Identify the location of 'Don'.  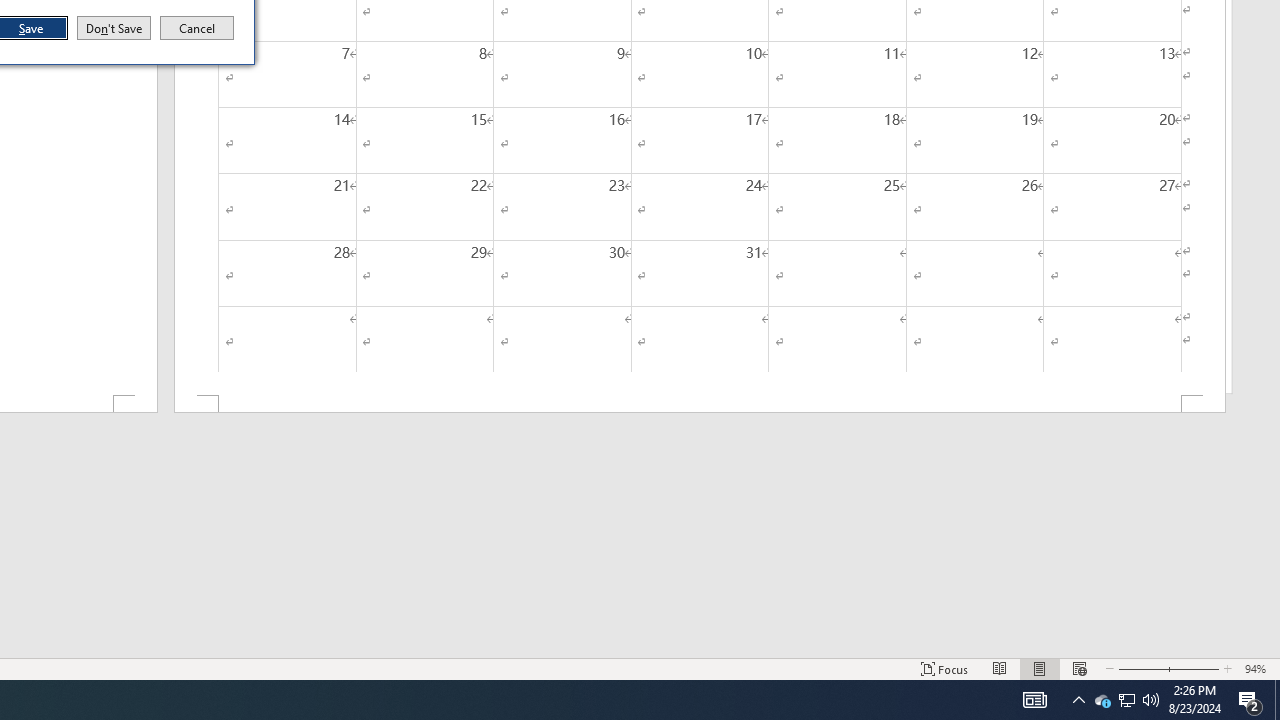
(112, 28).